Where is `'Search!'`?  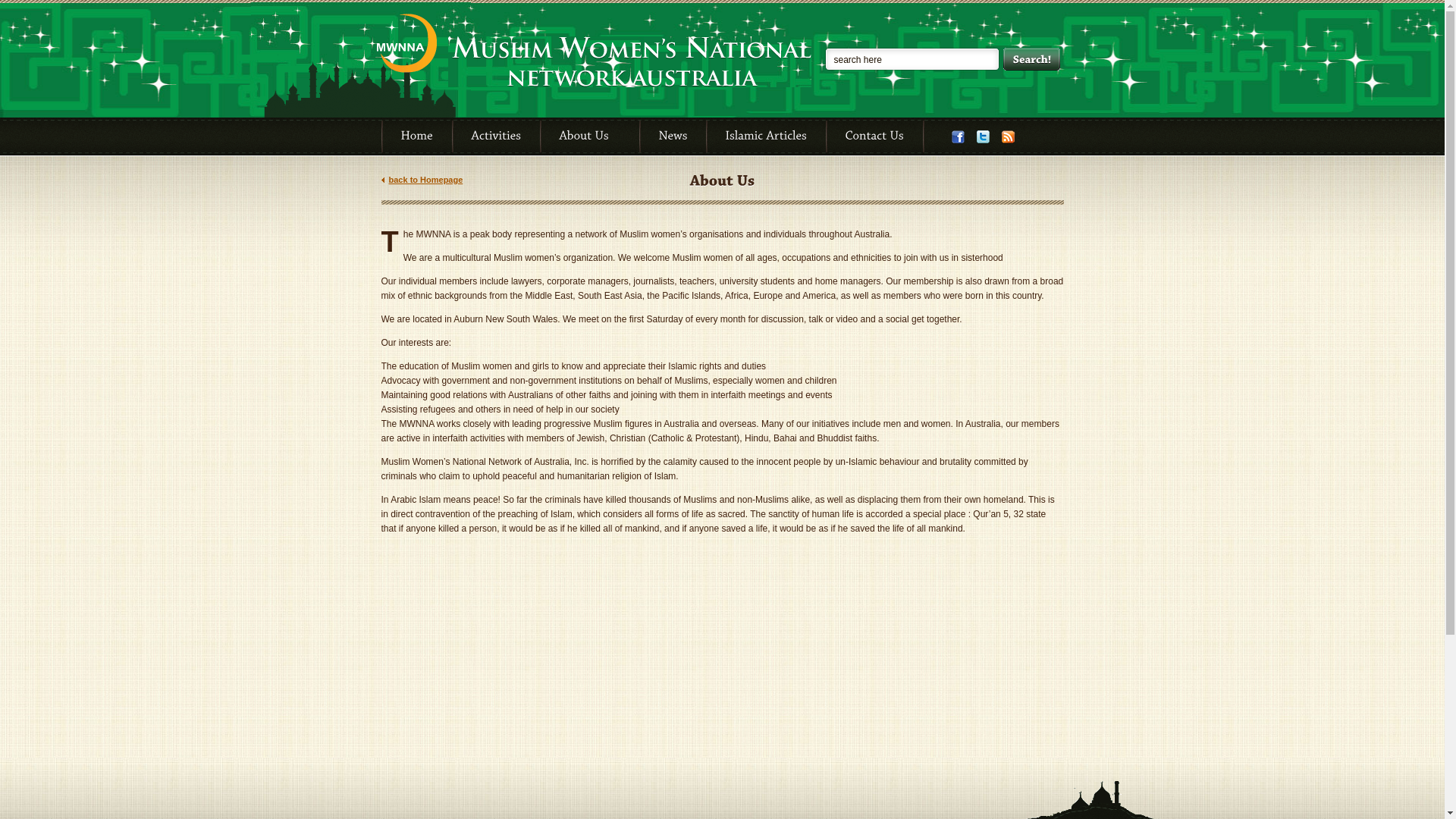 'Search!' is located at coordinates (1031, 58).